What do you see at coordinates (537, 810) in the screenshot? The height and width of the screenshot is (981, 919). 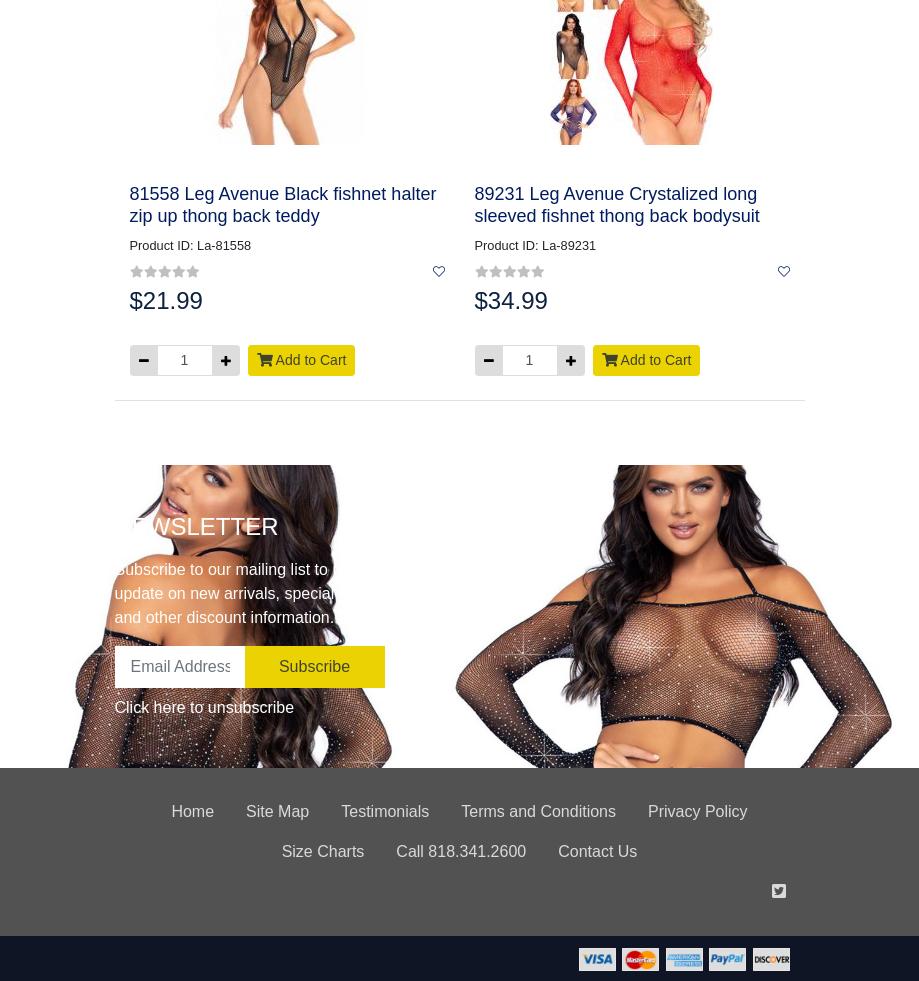 I see `'Terms and Conditions'` at bounding box center [537, 810].